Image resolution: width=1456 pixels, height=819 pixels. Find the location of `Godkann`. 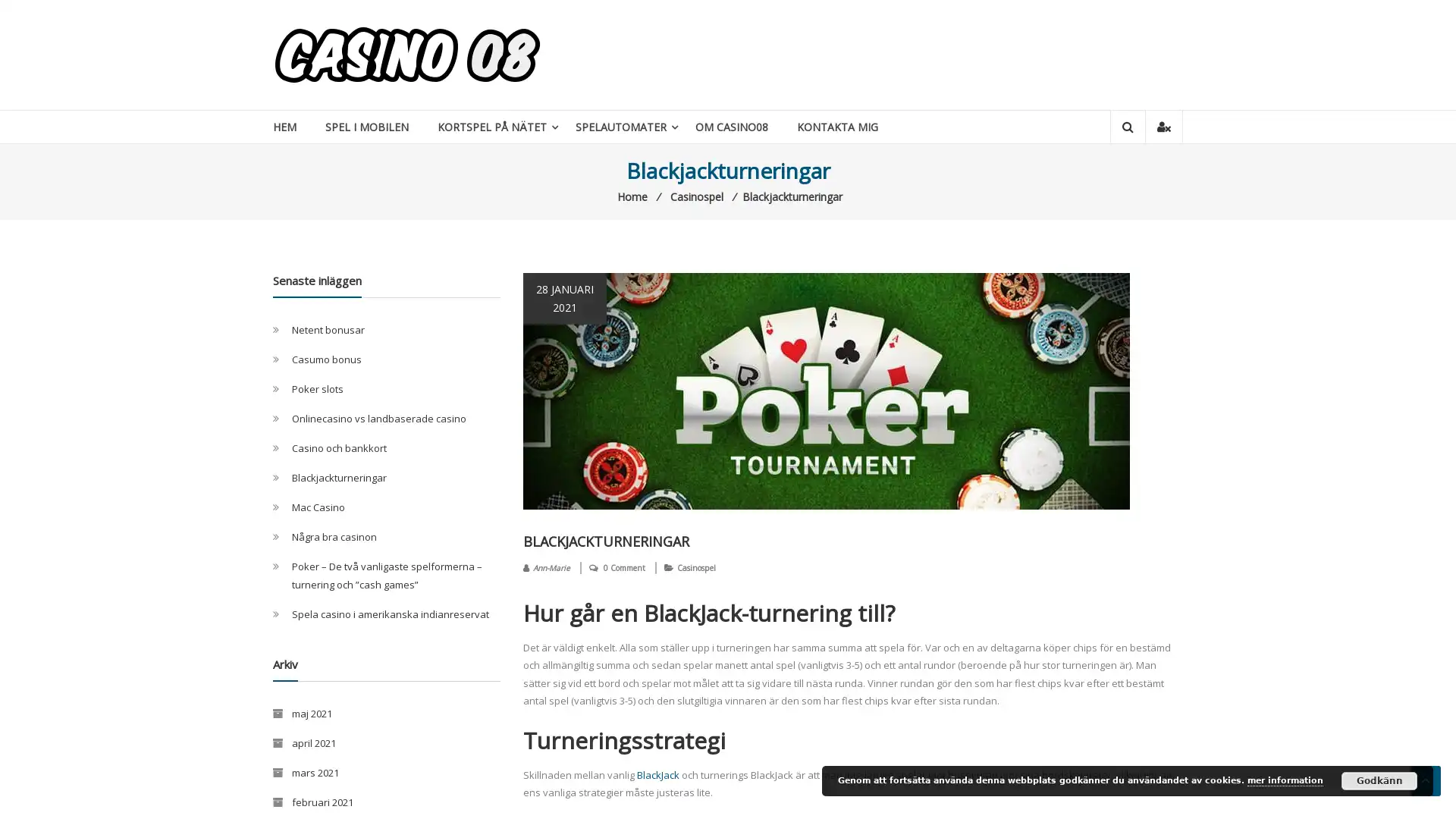

Godkann is located at coordinates (1379, 780).